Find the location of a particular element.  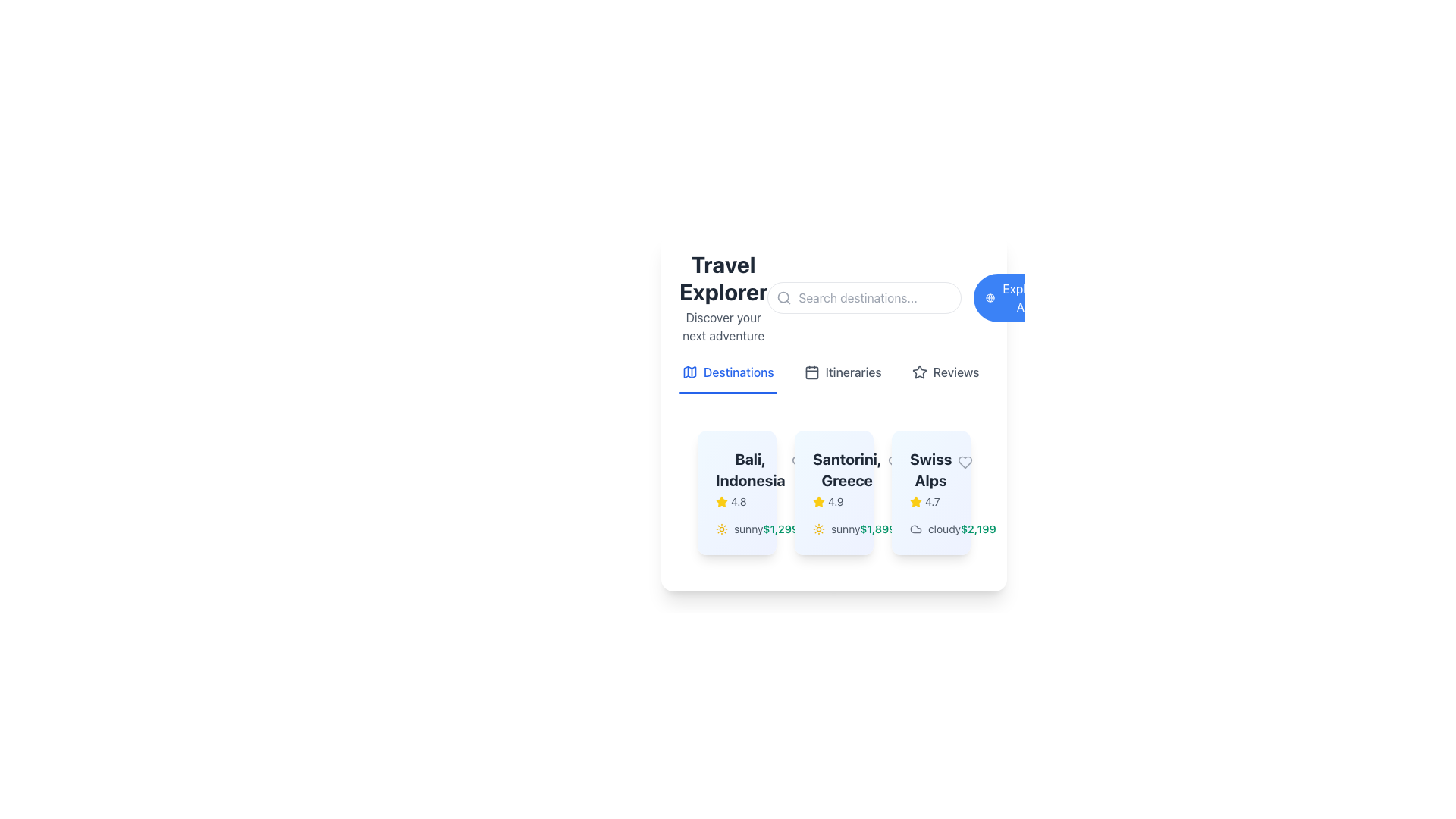

value from the rating indicator text label located in the second card of the 'Santorini, Greece' section, which is visually represented alongside a star icon is located at coordinates (835, 502).